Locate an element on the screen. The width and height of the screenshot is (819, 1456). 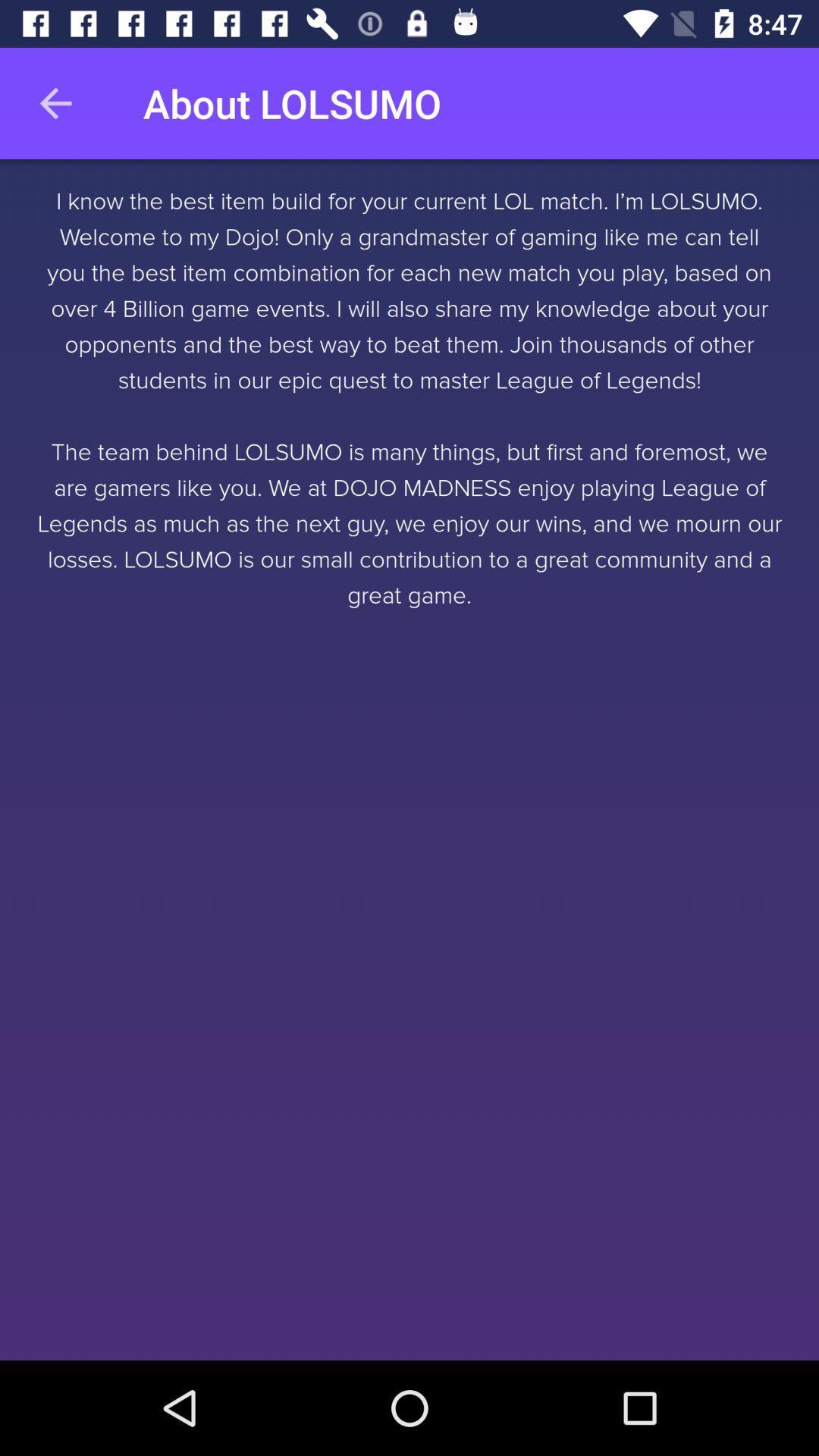
the item to the left of the about lolsumo item is located at coordinates (55, 102).